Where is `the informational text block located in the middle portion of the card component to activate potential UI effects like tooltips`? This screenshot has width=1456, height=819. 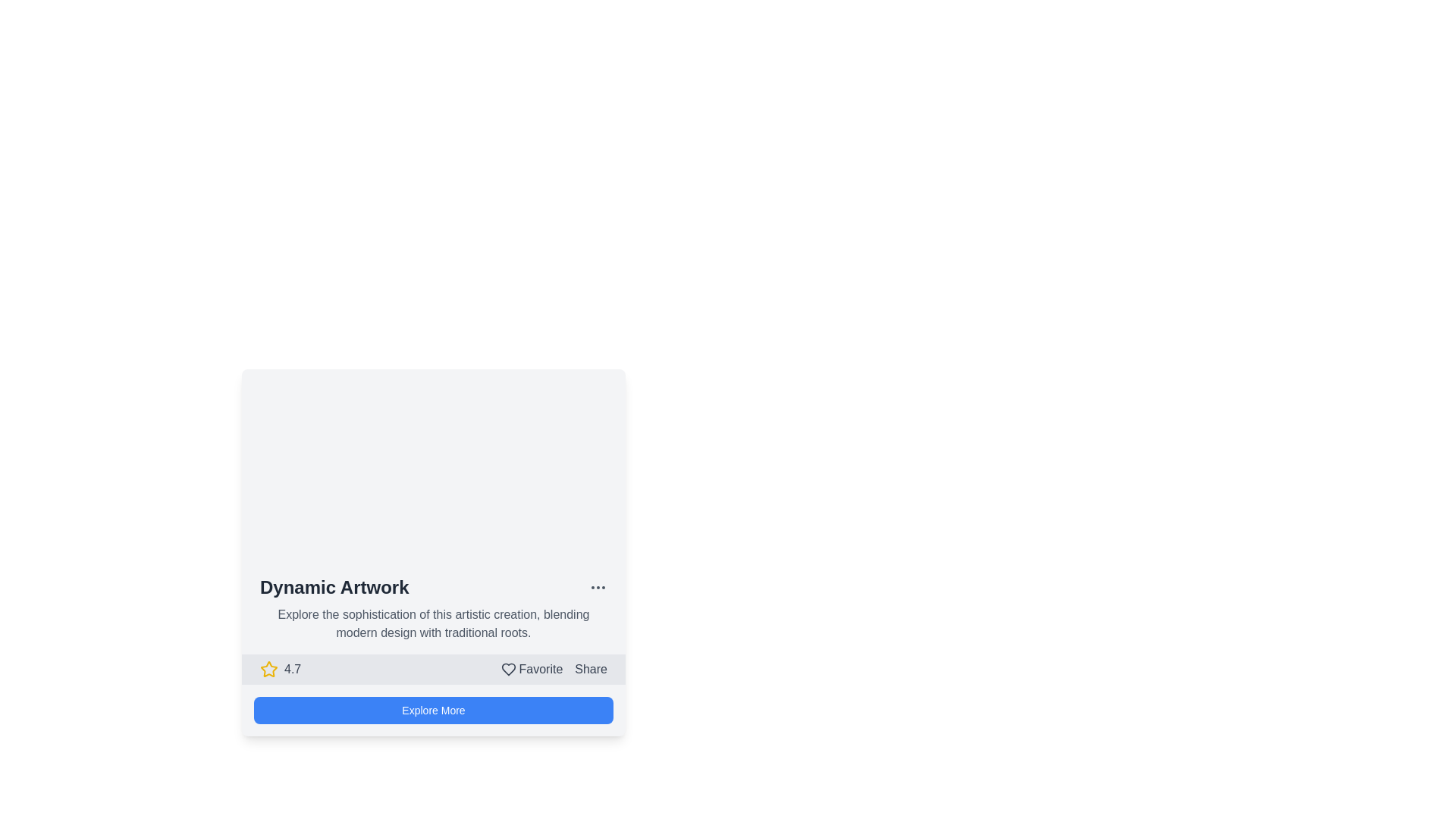
the informational text block located in the middle portion of the card component to activate potential UI effects like tooltips is located at coordinates (432, 607).